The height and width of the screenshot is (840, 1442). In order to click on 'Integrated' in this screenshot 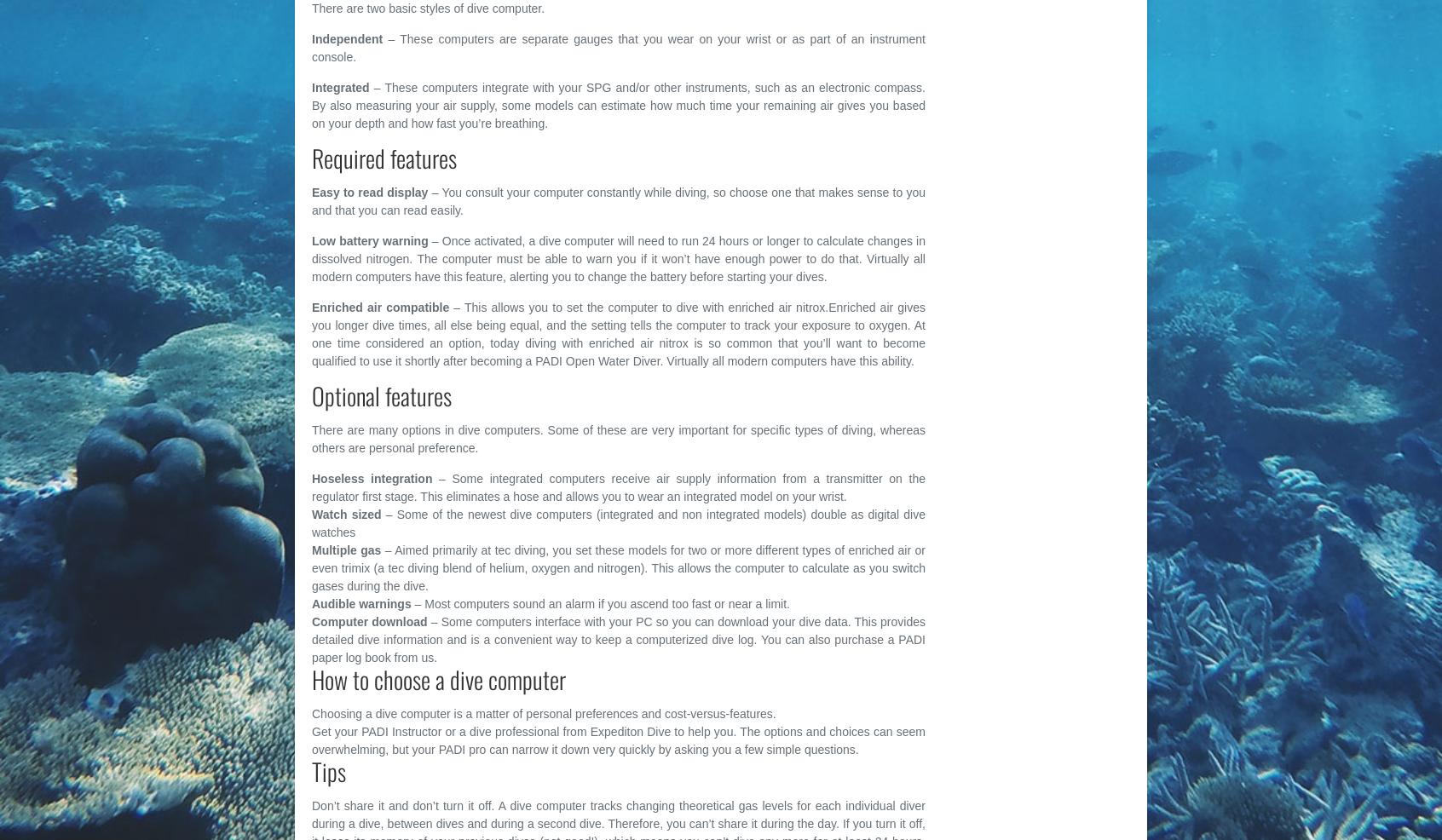, I will do `click(340, 88)`.